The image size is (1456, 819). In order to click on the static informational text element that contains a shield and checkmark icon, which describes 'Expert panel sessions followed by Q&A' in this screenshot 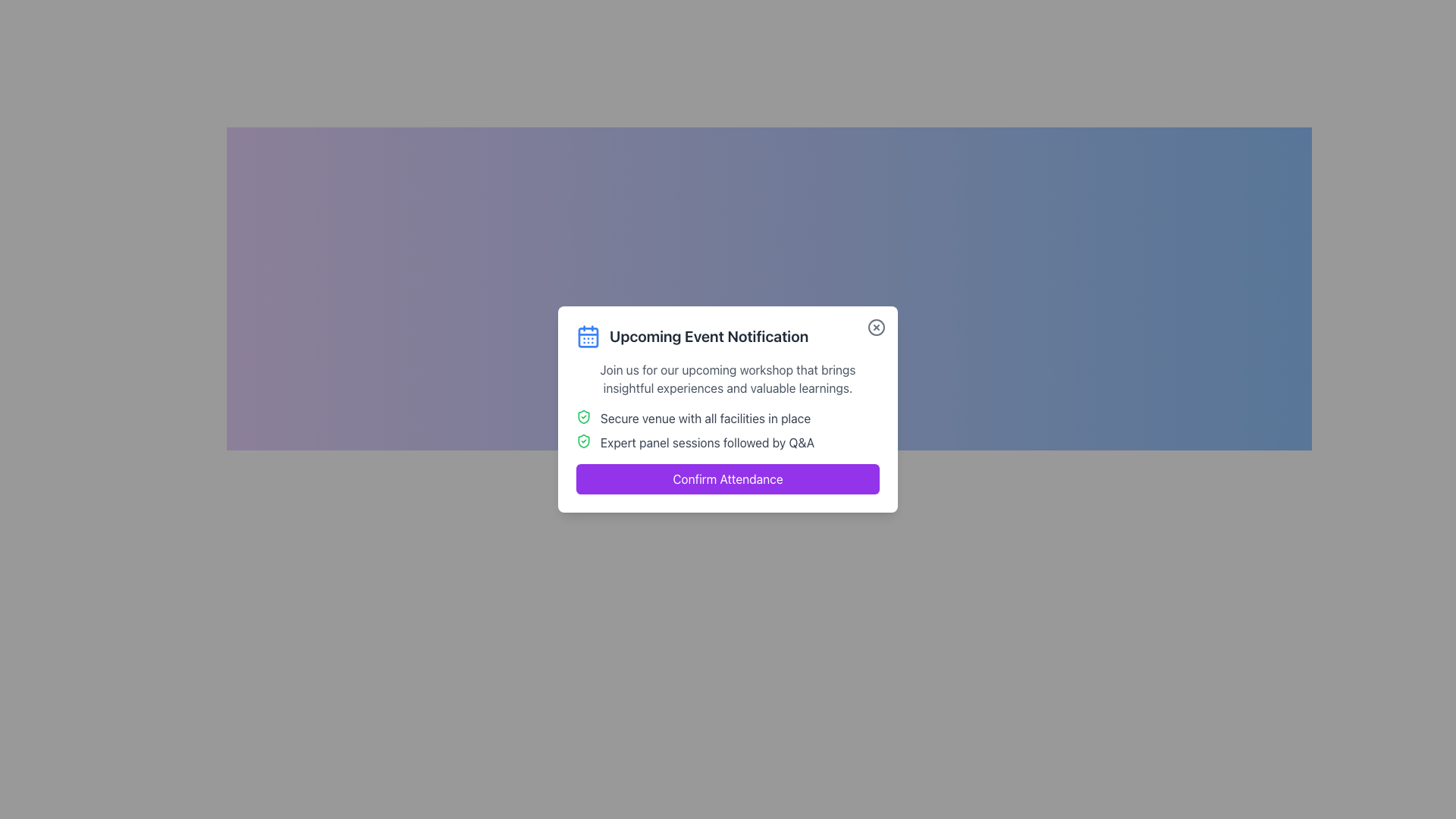, I will do `click(728, 442)`.